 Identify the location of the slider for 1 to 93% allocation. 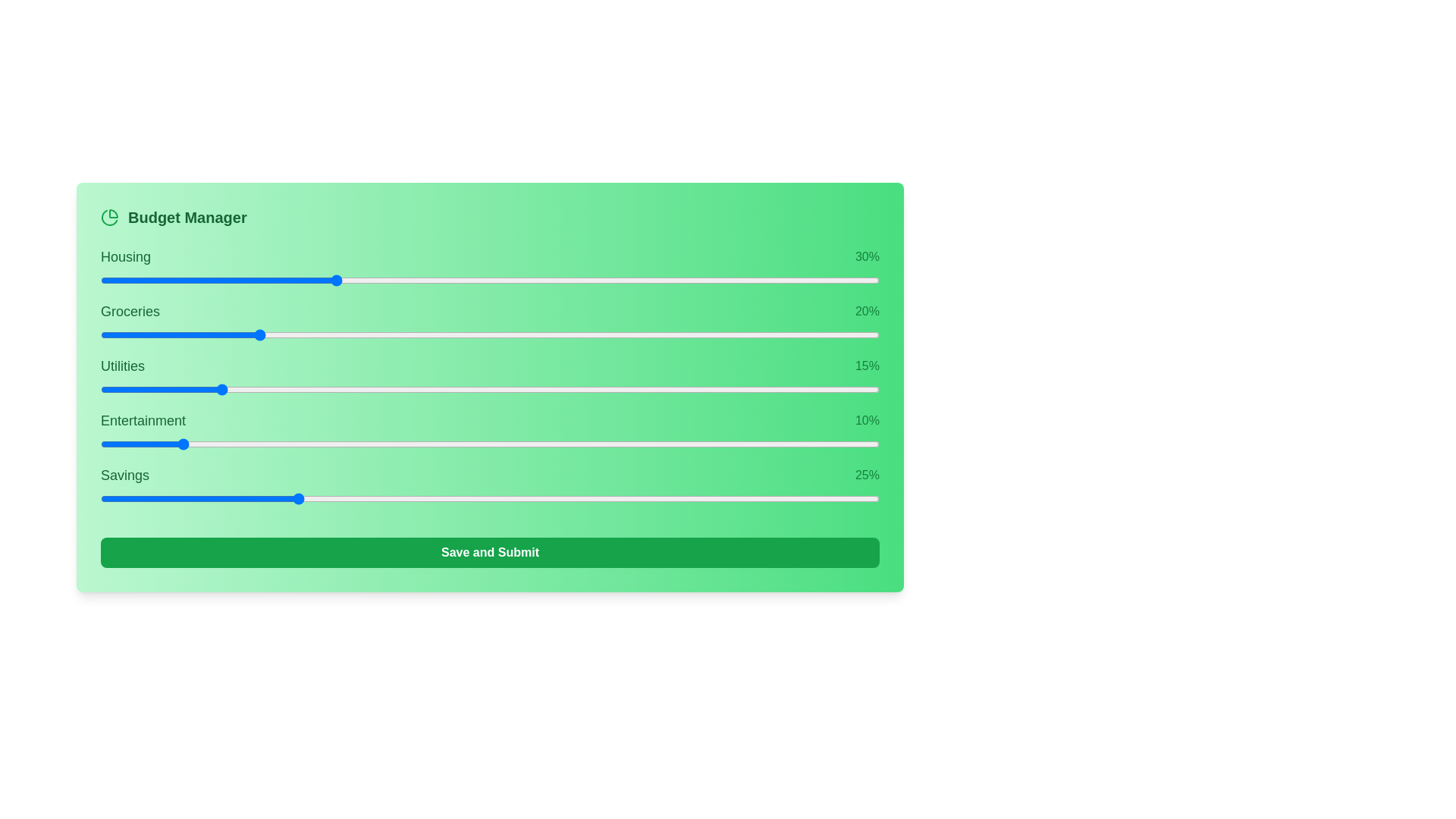
(852, 334).